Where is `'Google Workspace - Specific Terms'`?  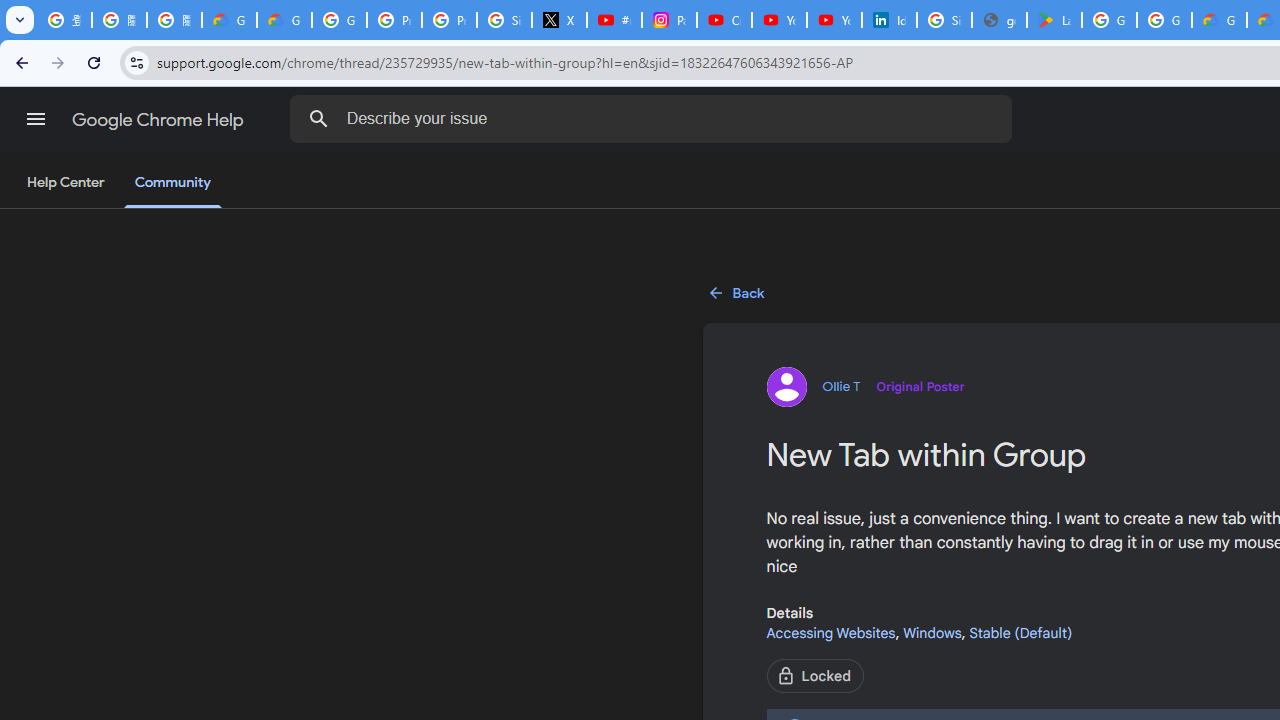 'Google Workspace - Specific Terms' is located at coordinates (1164, 20).